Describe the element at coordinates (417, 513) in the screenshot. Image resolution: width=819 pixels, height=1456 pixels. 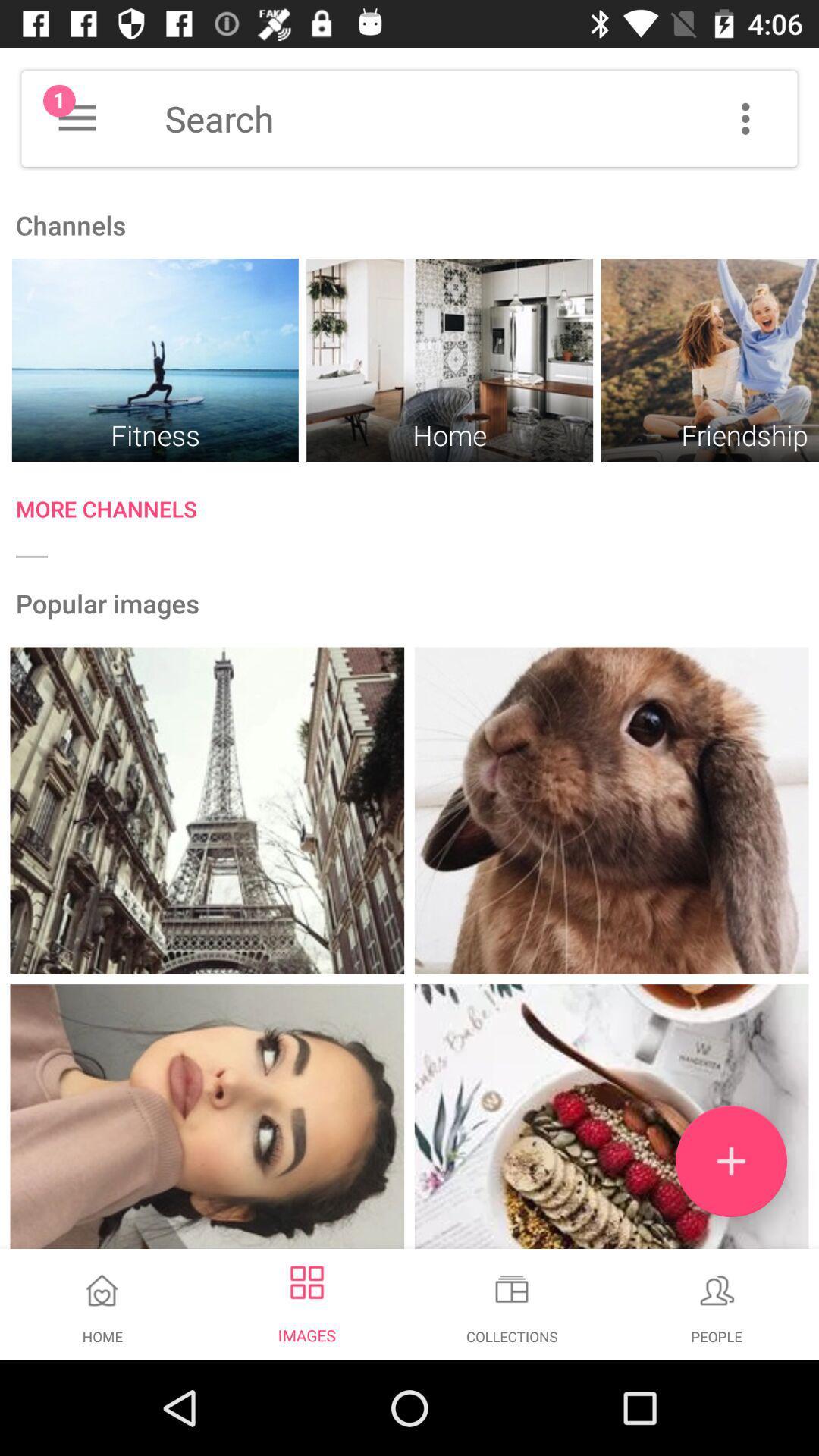
I see `the more channels  below fitness` at that location.